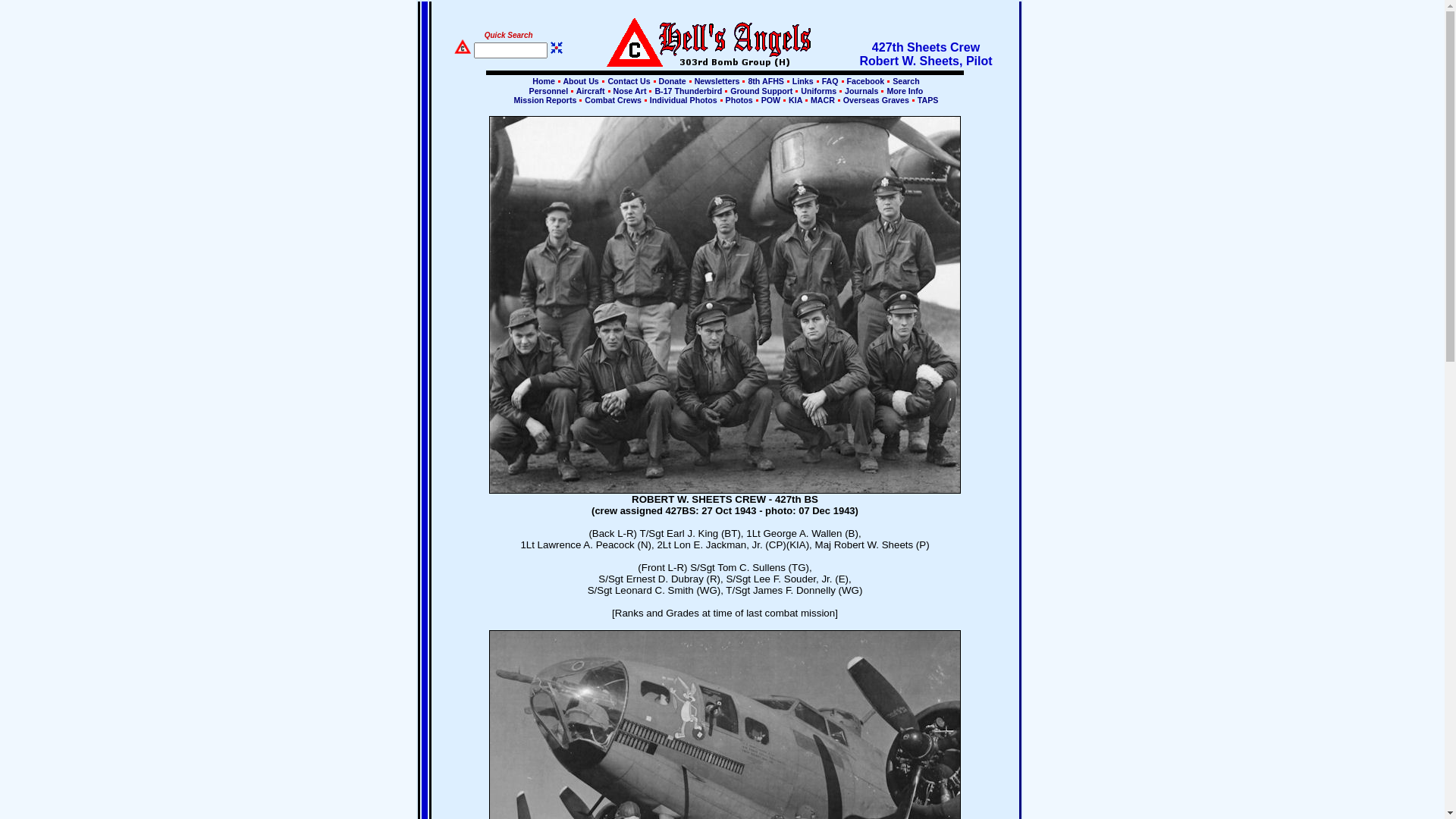  What do you see at coordinates (818, 81) in the screenshot?
I see `'FAQ'` at bounding box center [818, 81].